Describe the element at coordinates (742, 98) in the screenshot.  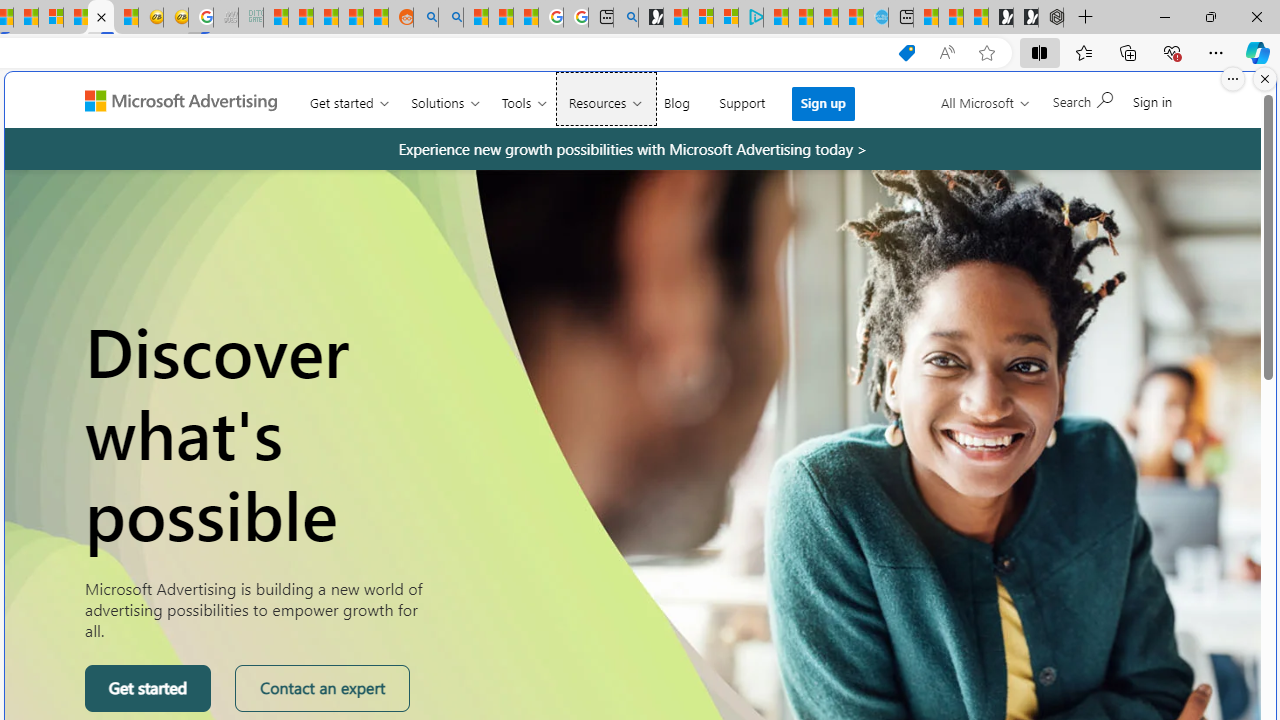
I see `'Support'` at that location.